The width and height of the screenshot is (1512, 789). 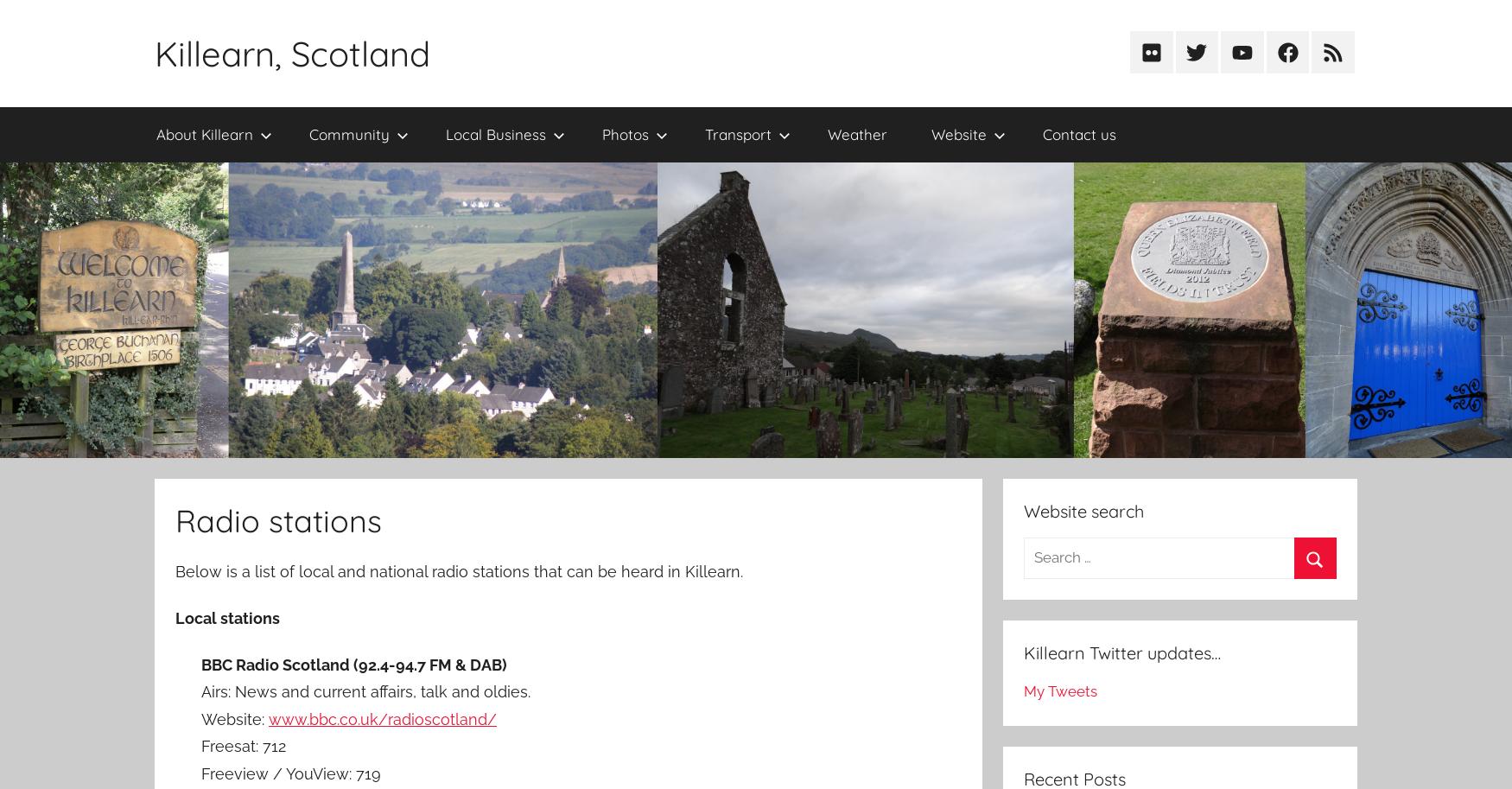 What do you see at coordinates (856, 133) in the screenshot?
I see `'Weather'` at bounding box center [856, 133].